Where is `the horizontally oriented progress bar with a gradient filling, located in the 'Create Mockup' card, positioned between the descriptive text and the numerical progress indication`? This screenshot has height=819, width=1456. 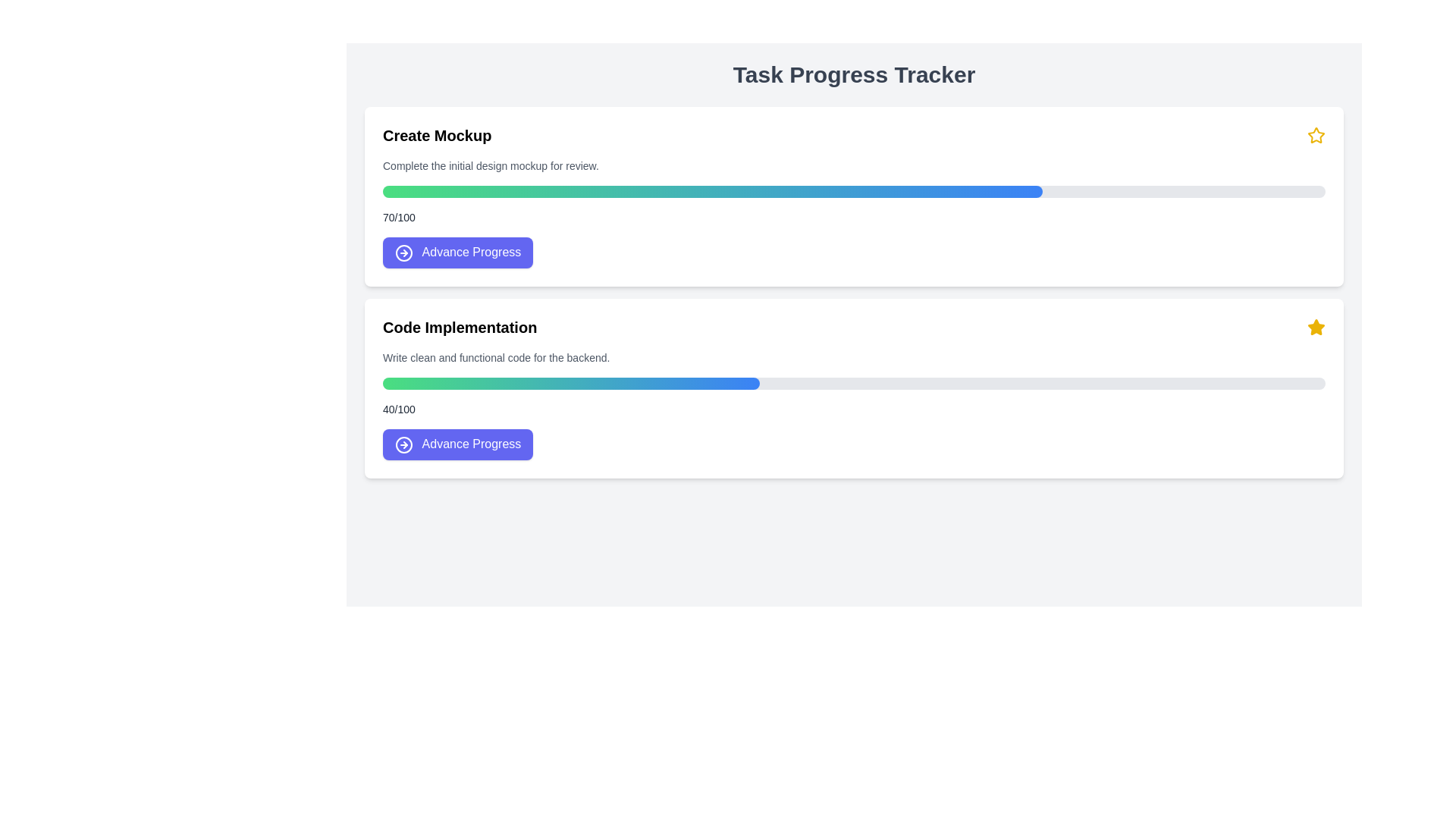 the horizontally oriented progress bar with a gradient filling, located in the 'Create Mockup' card, positioned between the descriptive text and the numerical progress indication is located at coordinates (854, 191).